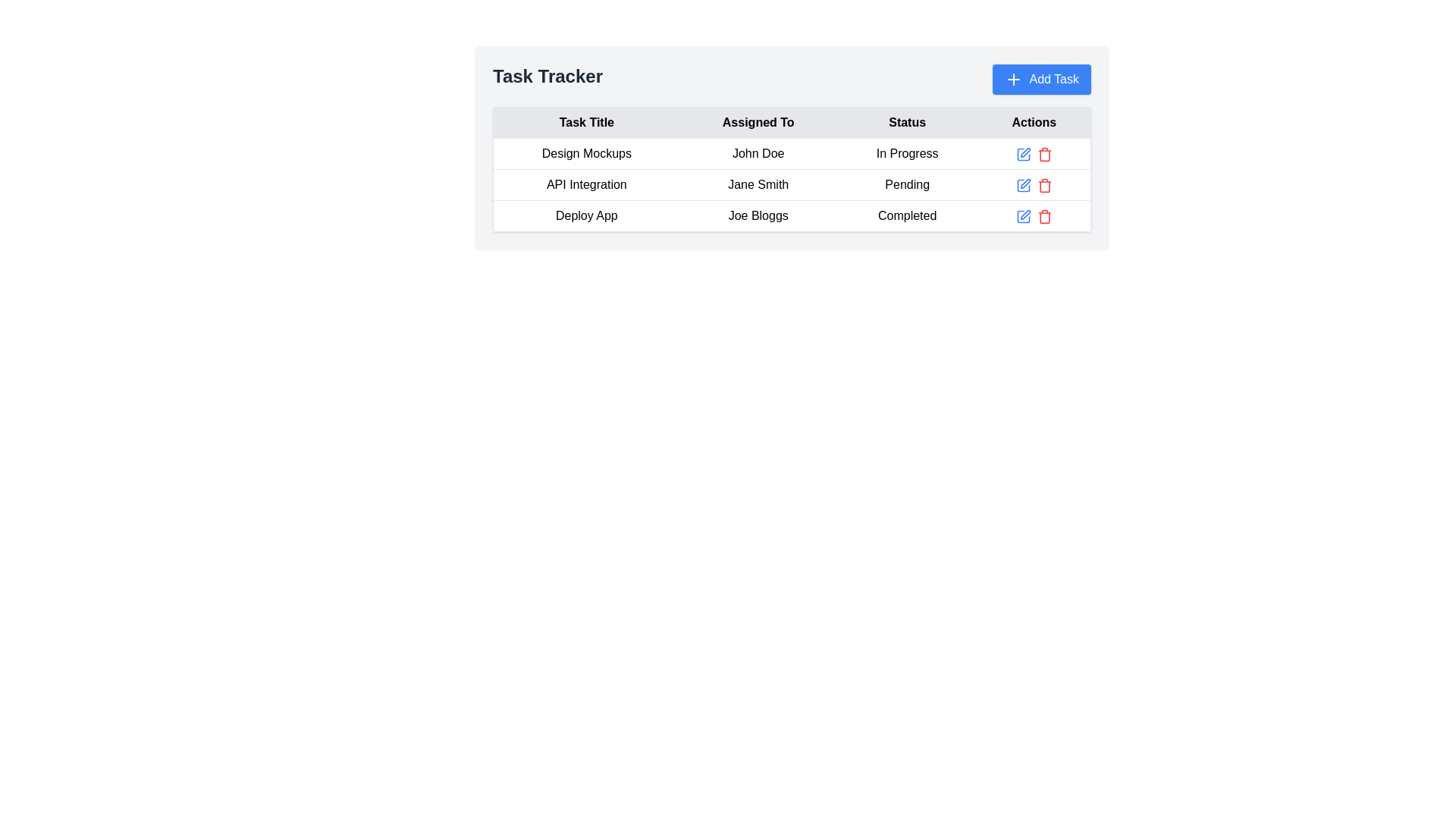 This screenshot has width=1456, height=819. What do you see at coordinates (1043, 154) in the screenshot?
I see `the red trash bin icon in the 'Actions' column of the task management table to observe styling changes` at bounding box center [1043, 154].